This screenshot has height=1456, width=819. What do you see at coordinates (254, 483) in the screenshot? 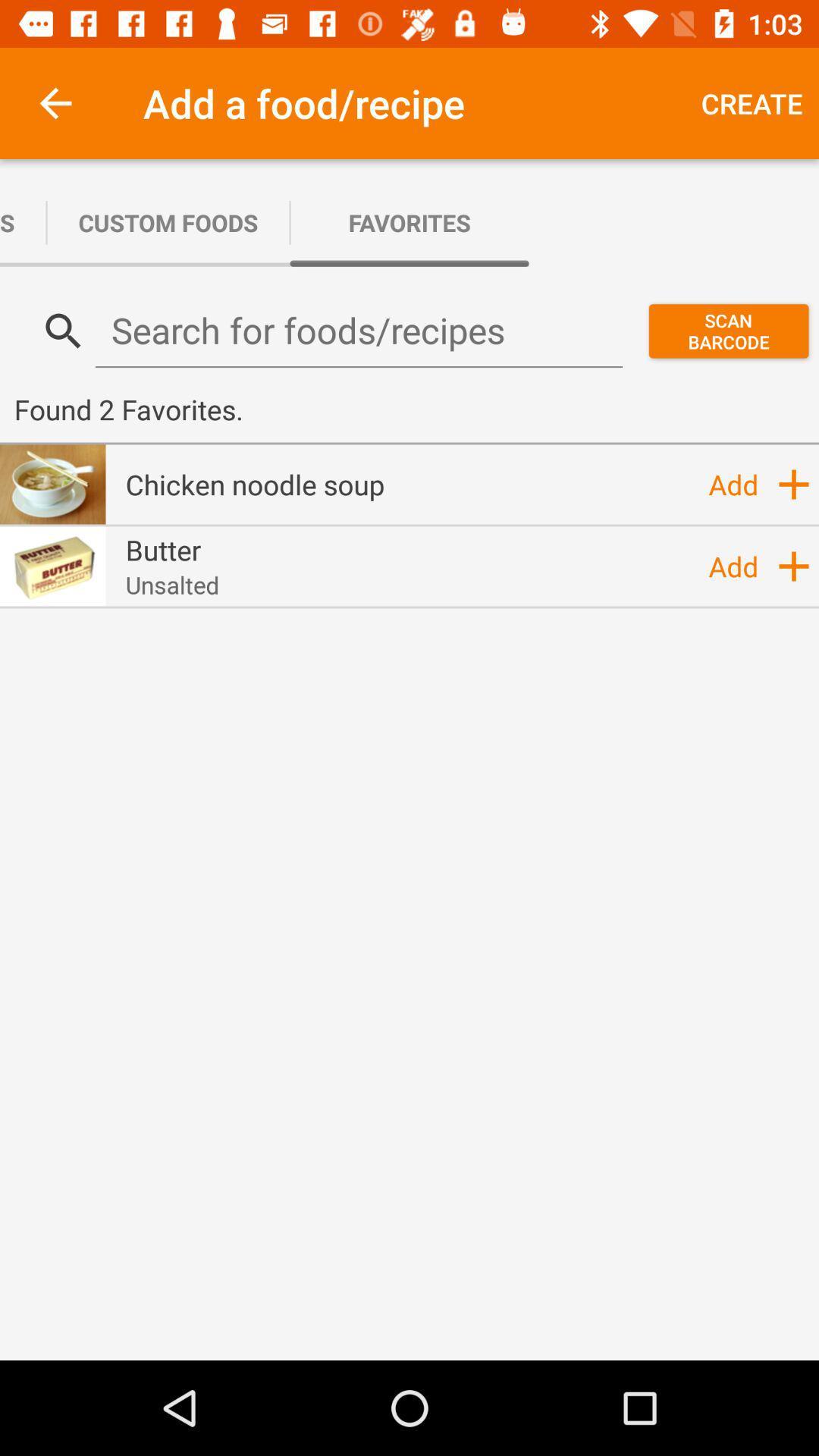
I see `icon next to add item` at bounding box center [254, 483].